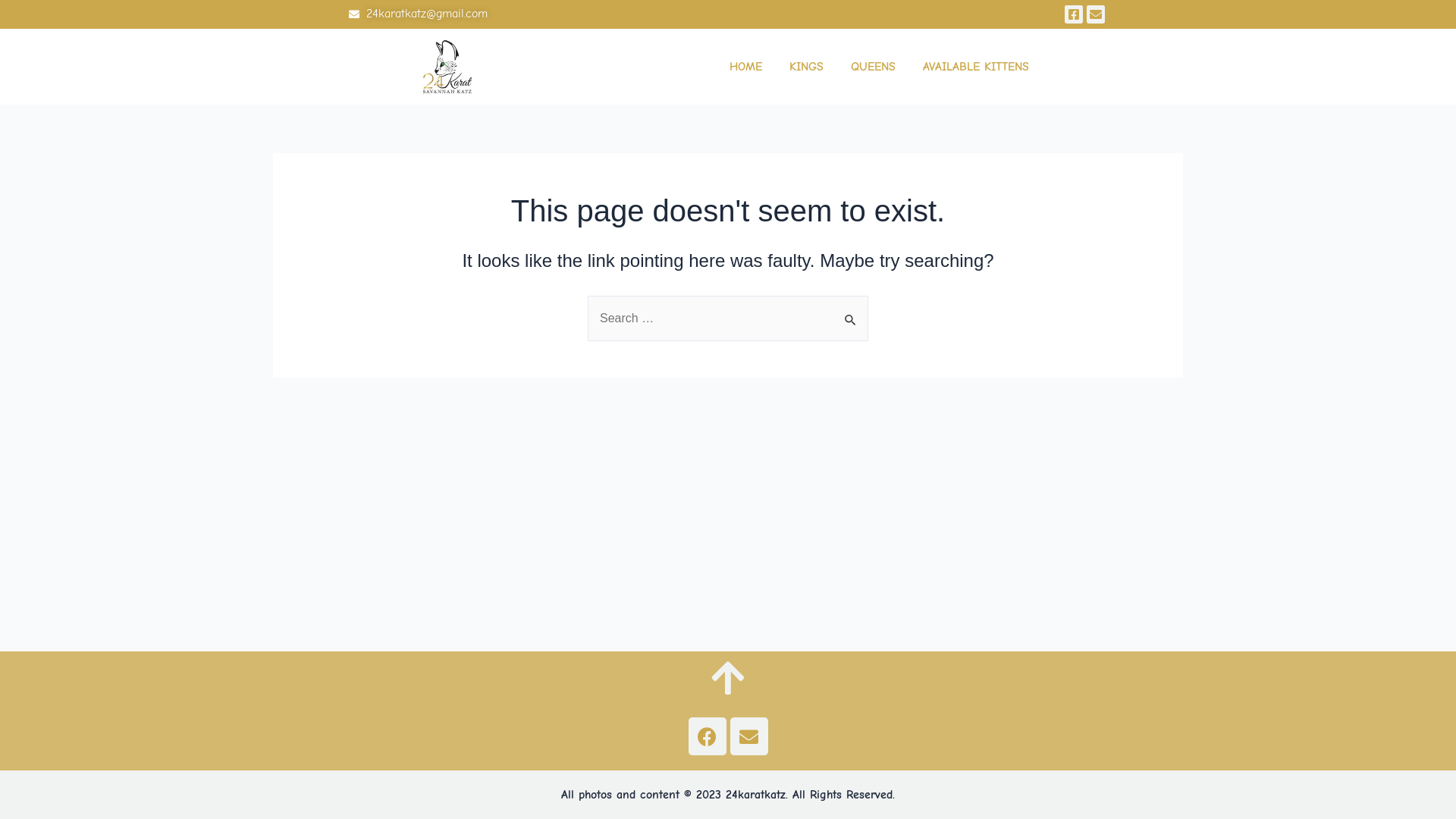 The height and width of the screenshot is (819, 1456). I want to click on 'Search', so click(851, 311).